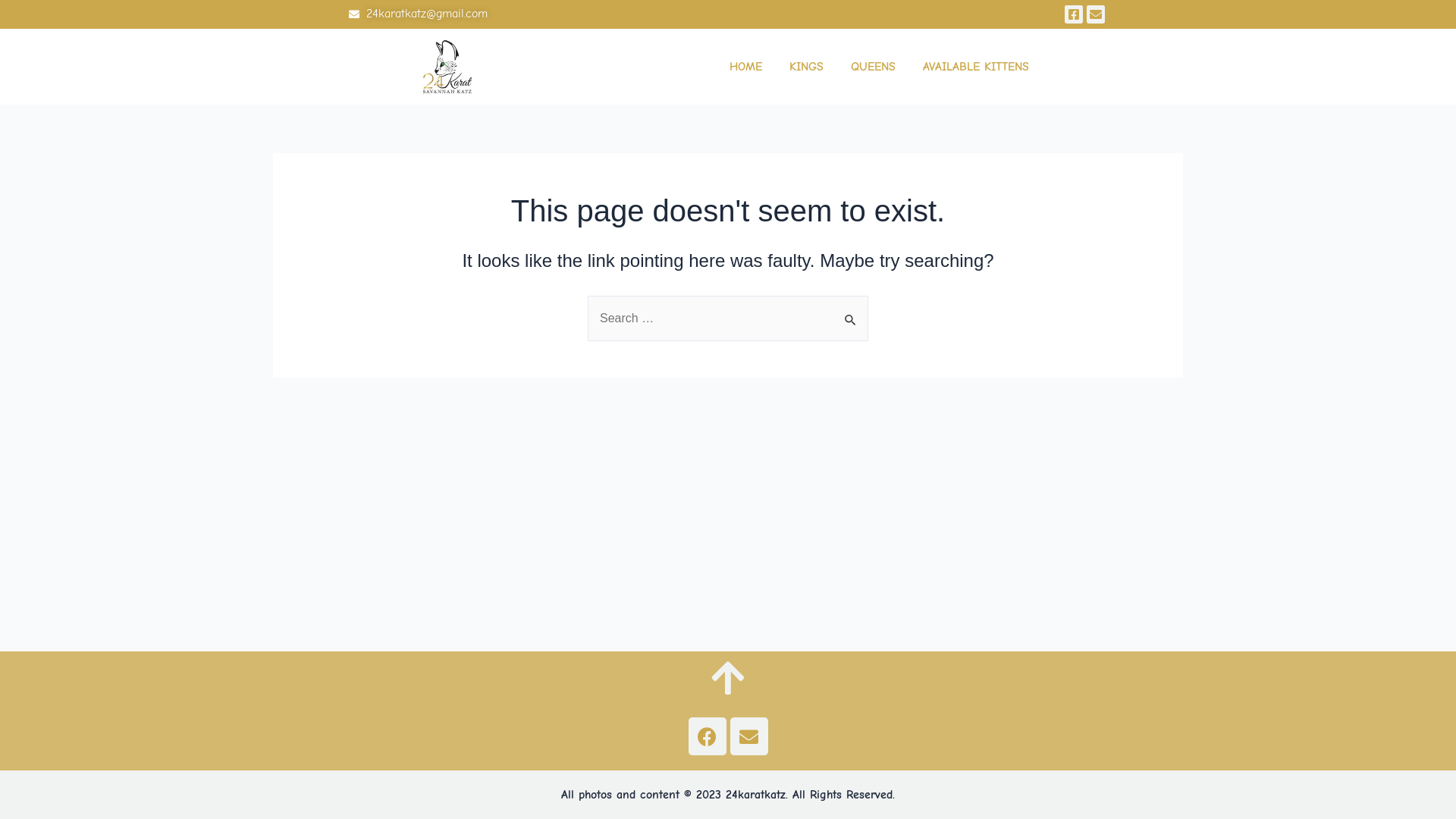 The height and width of the screenshot is (819, 1456). I want to click on 'Search', so click(851, 311).